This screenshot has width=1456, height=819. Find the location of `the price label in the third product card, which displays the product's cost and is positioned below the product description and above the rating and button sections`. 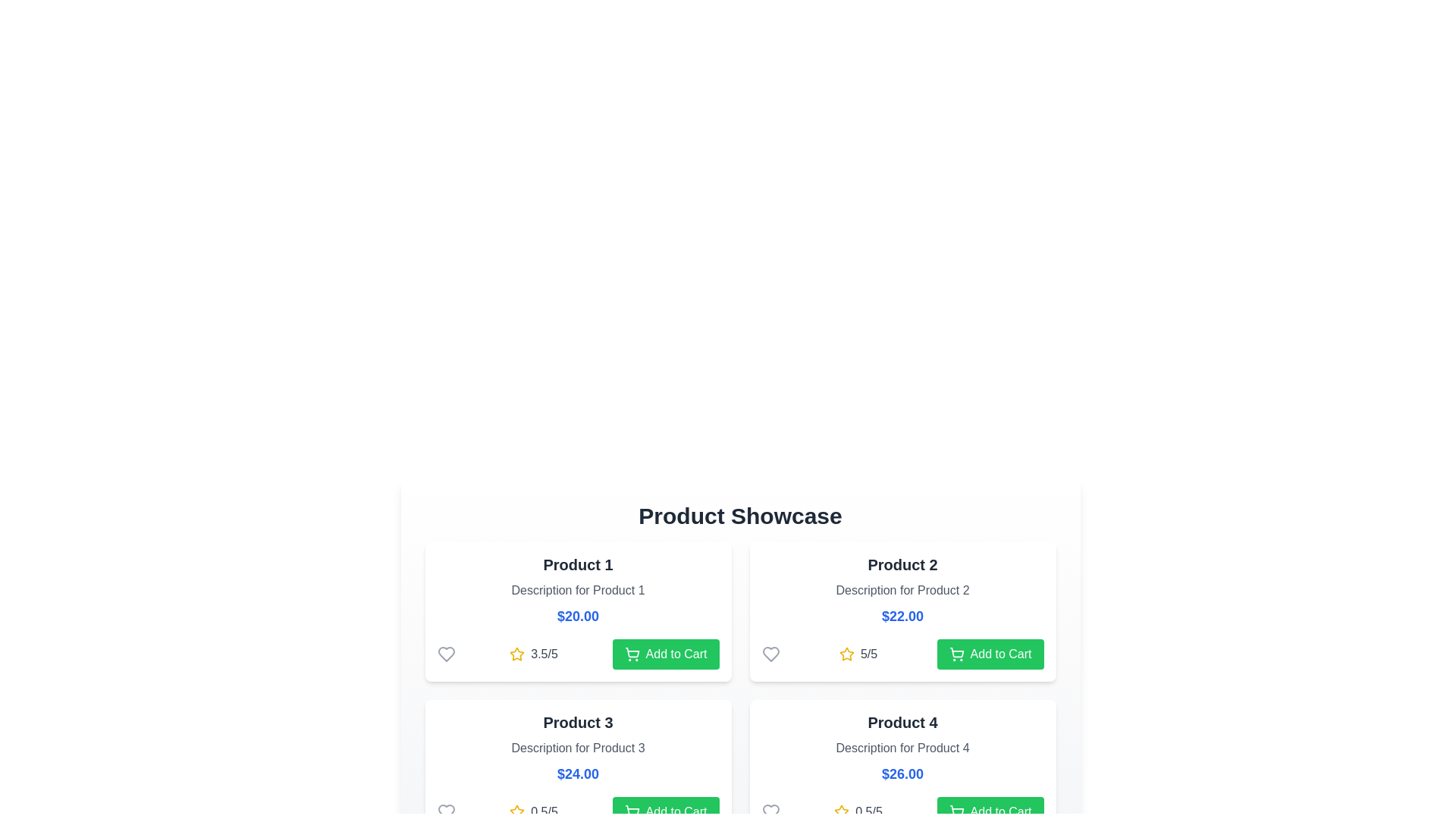

the price label in the third product card, which displays the product's cost and is positioned below the product description and above the rating and button sections is located at coordinates (577, 774).